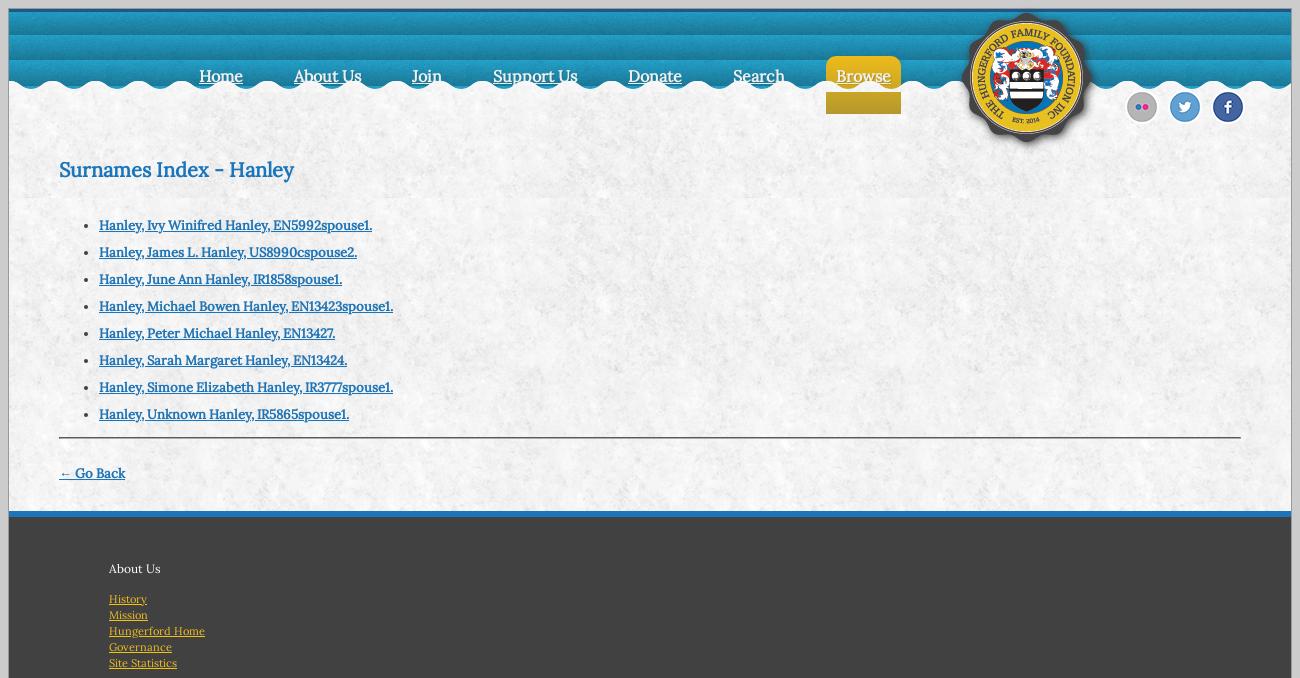 The width and height of the screenshot is (1300, 678). What do you see at coordinates (133, 566) in the screenshot?
I see `'About Us'` at bounding box center [133, 566].